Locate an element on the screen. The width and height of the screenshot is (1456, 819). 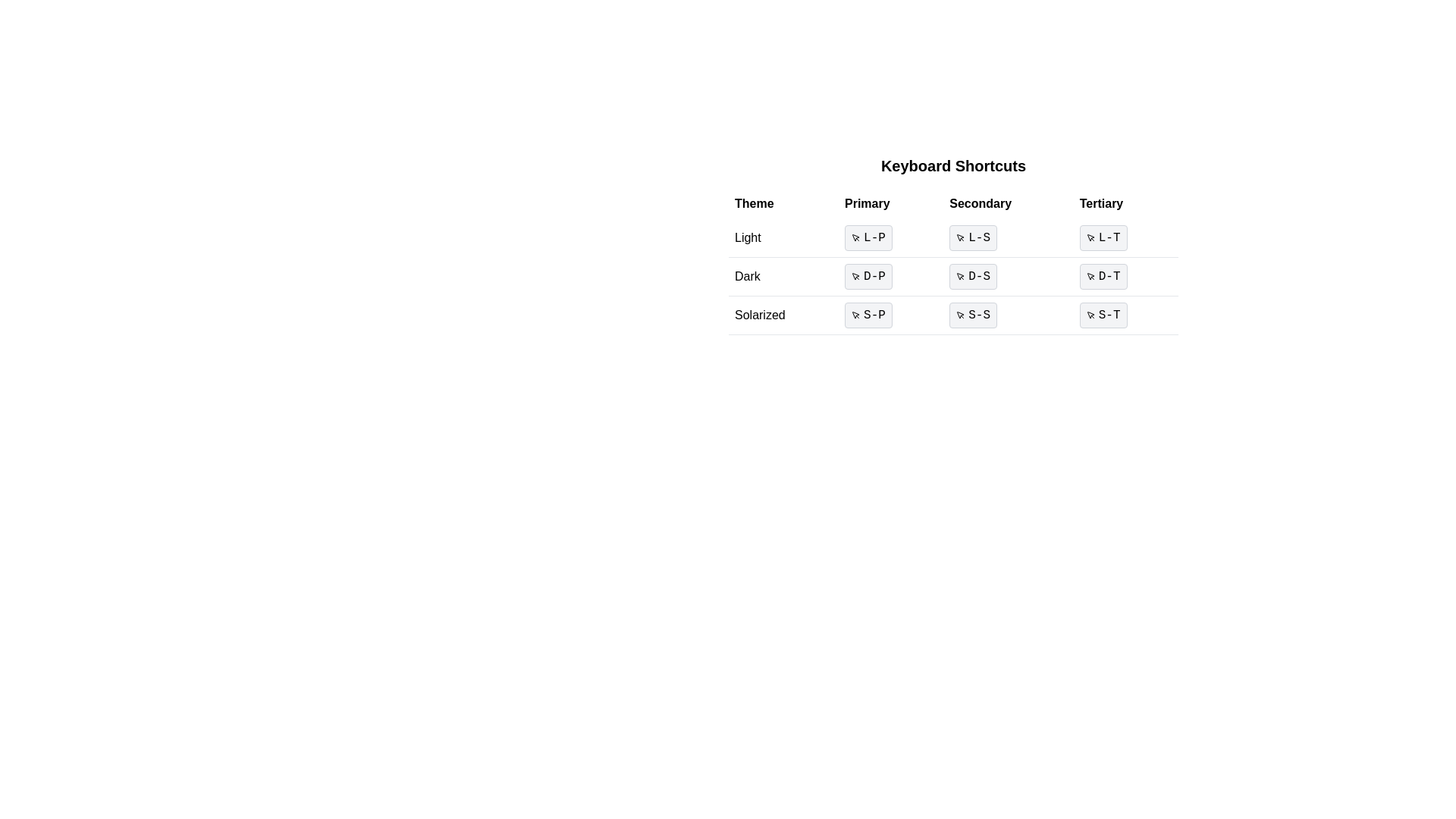
the 'Secondary' theme button located in the second position of the 'Dark' row, between the 'D-P' and 'D-T' buttons is located at coordinates (952, 277).